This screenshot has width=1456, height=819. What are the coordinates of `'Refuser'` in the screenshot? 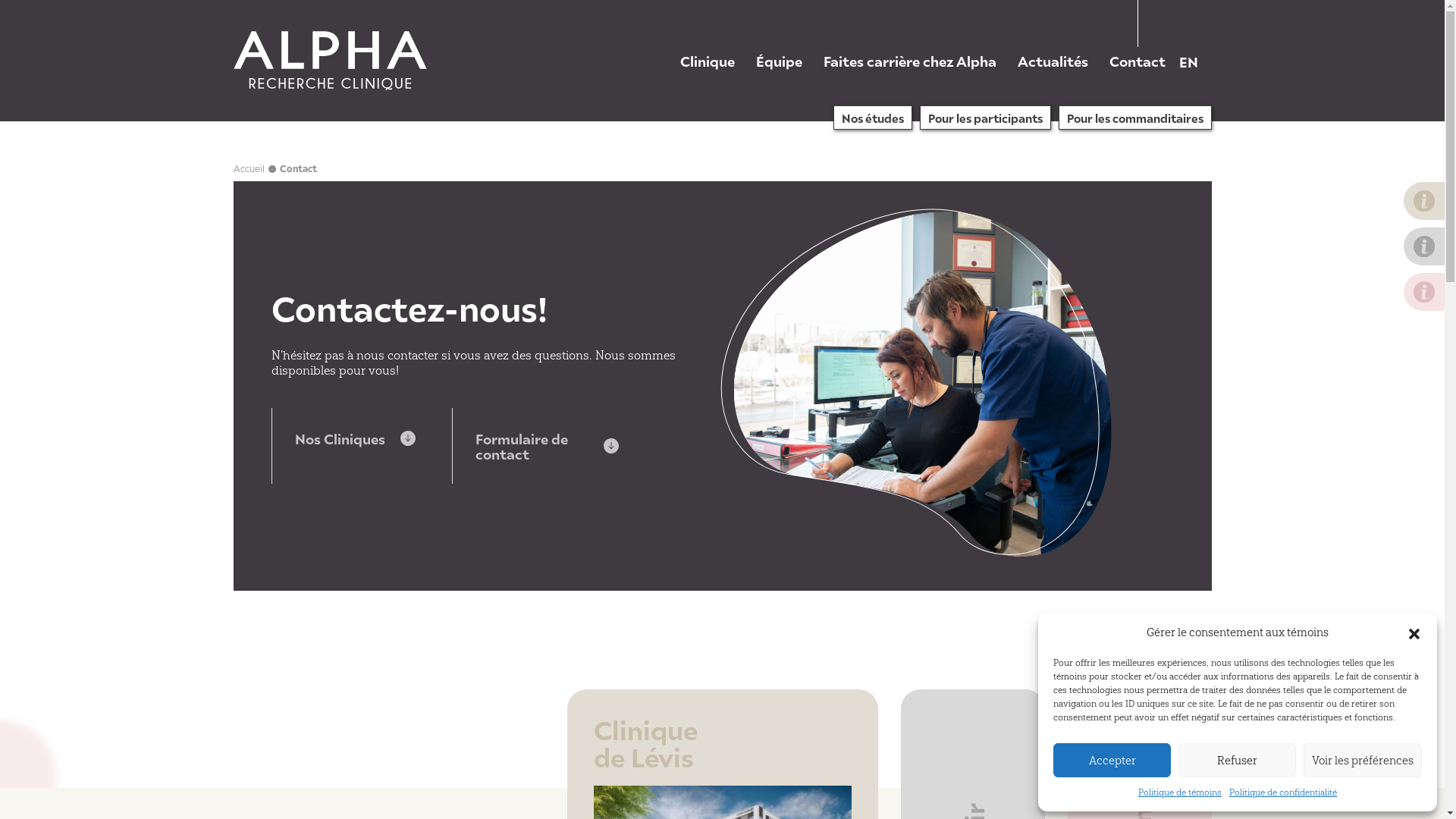 It's located at (1237, 760).